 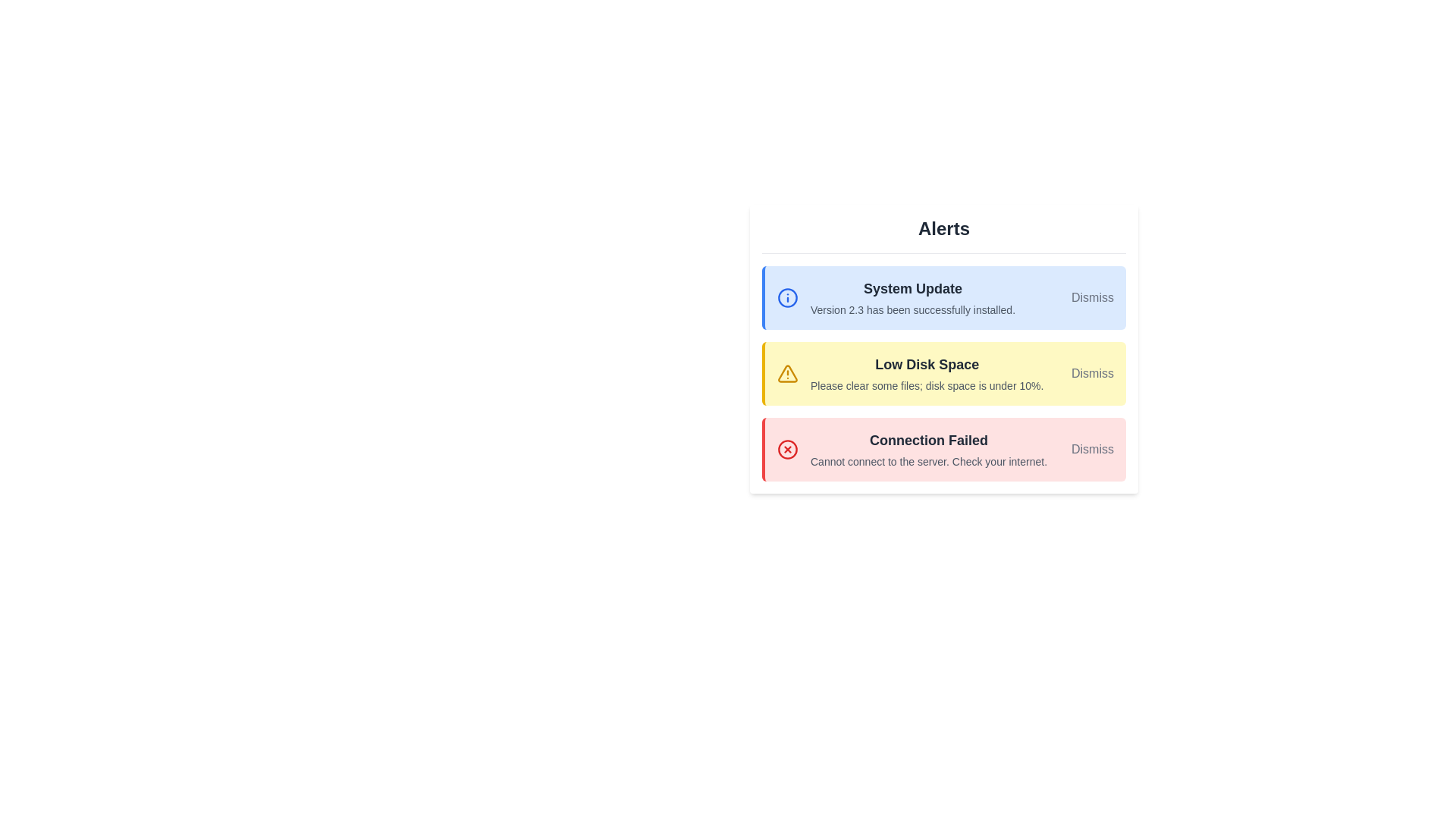 What do you see at coordinates (926, 374) in the screenshot?
I see `the Notification banner text displaying 'Low Disk Space' with a light yellow background, which contains a title and description indicating low disk space status` at bounding box center [926, 374].